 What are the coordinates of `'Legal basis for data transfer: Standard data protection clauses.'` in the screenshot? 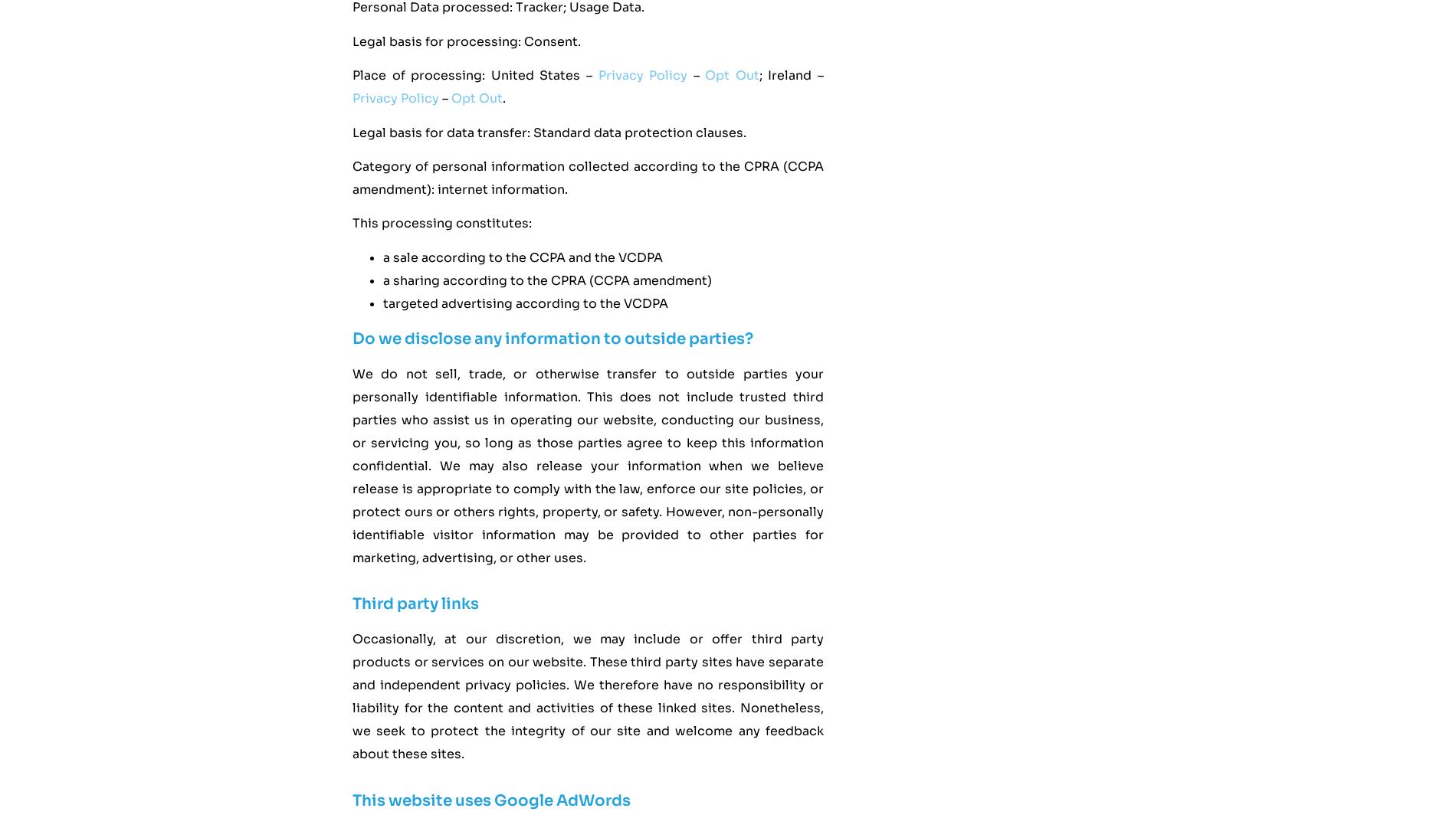 It's located at (351, 132).